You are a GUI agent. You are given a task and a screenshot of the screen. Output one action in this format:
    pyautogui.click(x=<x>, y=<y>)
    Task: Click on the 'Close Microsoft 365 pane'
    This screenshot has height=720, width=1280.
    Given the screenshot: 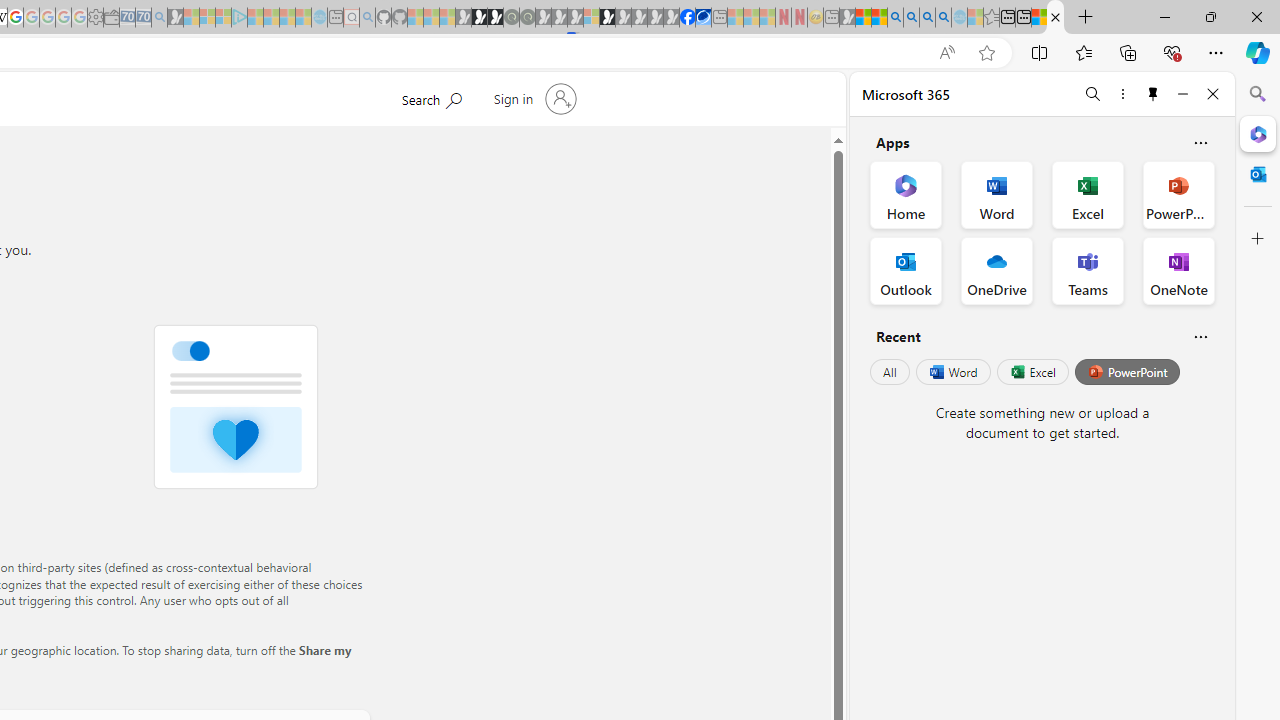 What is the action you would take?
    pyautogui.click(x=1257, y=133)
    